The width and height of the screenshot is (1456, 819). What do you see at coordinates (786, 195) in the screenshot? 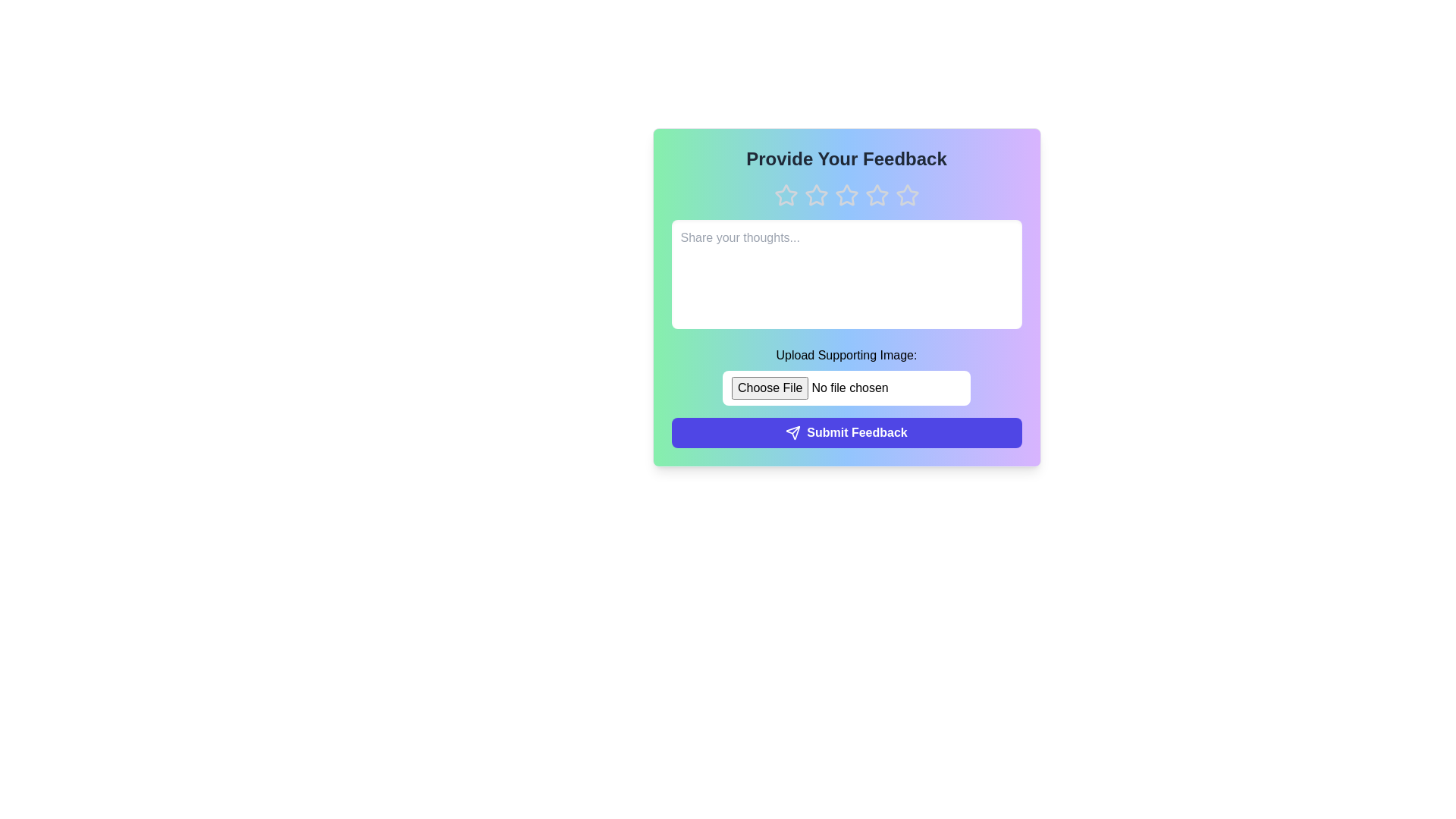
I see `the first star icon with a gray outline, located in a horizontal row of five similar icons in the feedback section` at bounding box center [786, 195].